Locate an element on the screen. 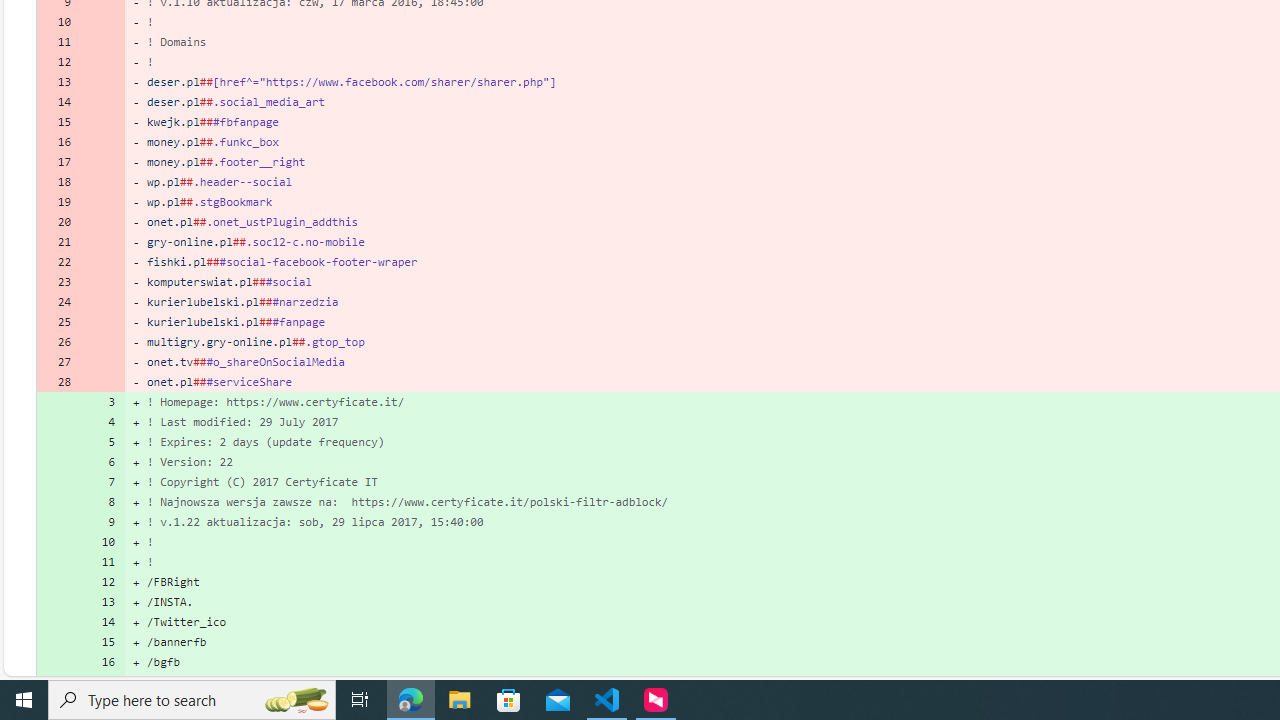 The height and width of the screenshot is (720, 1280). '23' is located at coordinates (58, 282).